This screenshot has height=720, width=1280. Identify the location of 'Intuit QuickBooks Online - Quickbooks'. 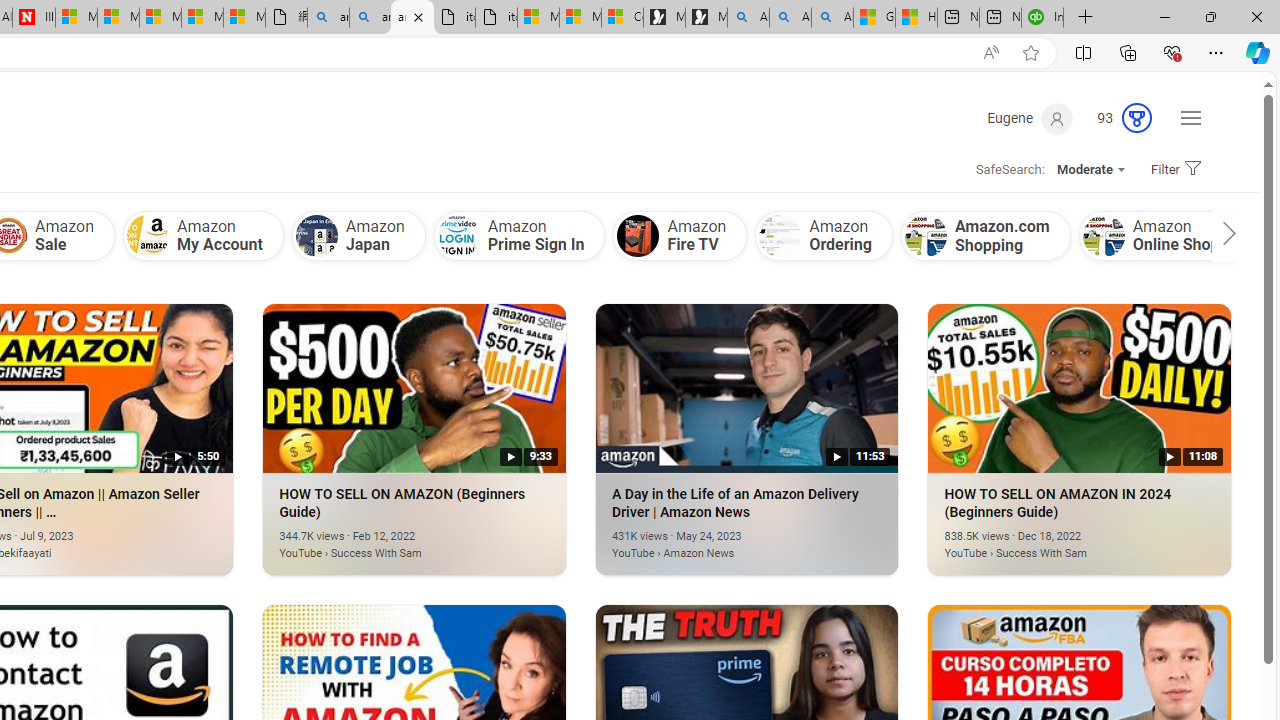
(1041, 17).